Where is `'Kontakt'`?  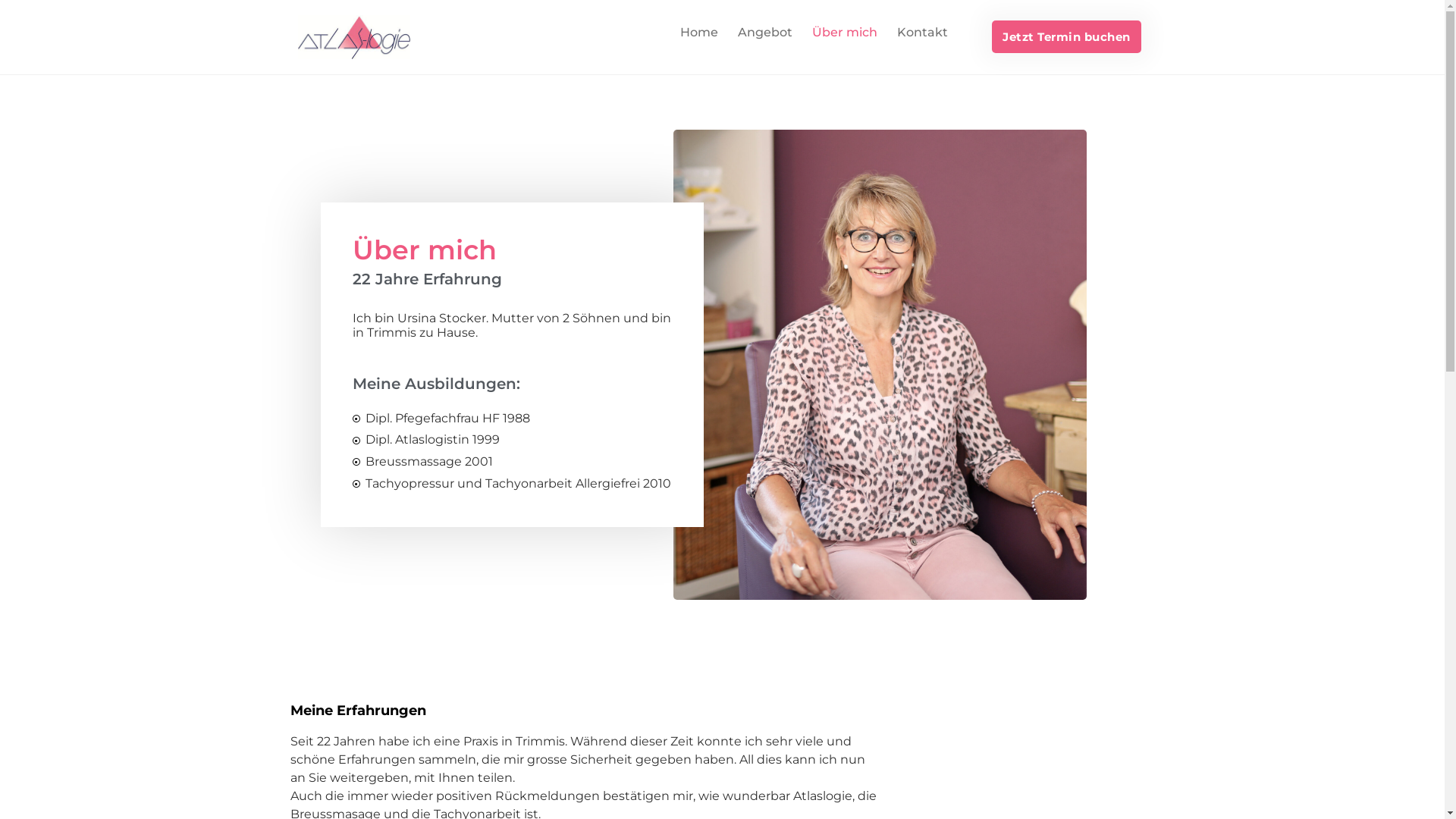
'Kontakt' is located at coordinates (921, 32).